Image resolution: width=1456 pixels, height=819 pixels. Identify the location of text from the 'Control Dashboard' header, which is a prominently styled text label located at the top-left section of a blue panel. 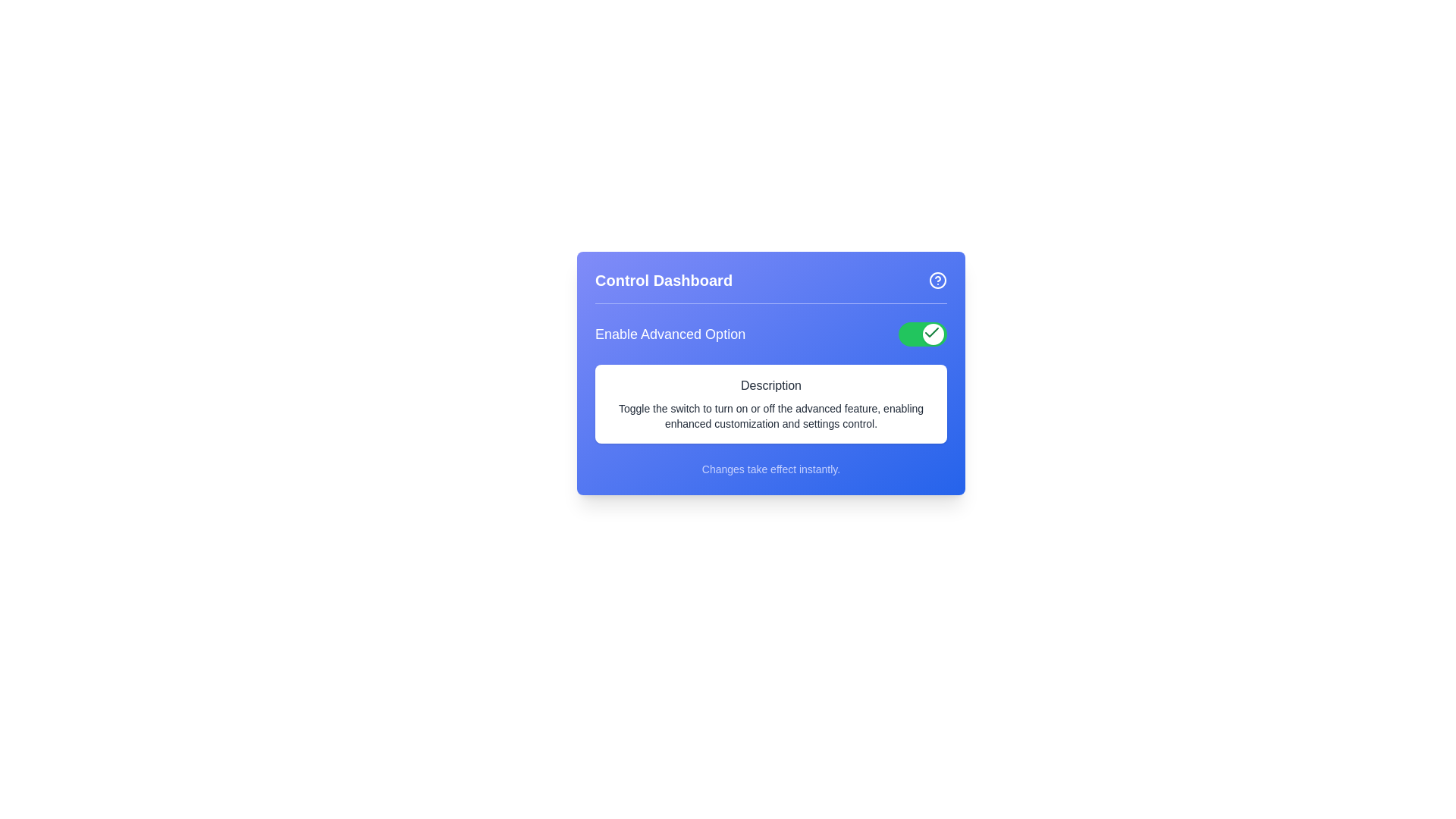
(664, 281).